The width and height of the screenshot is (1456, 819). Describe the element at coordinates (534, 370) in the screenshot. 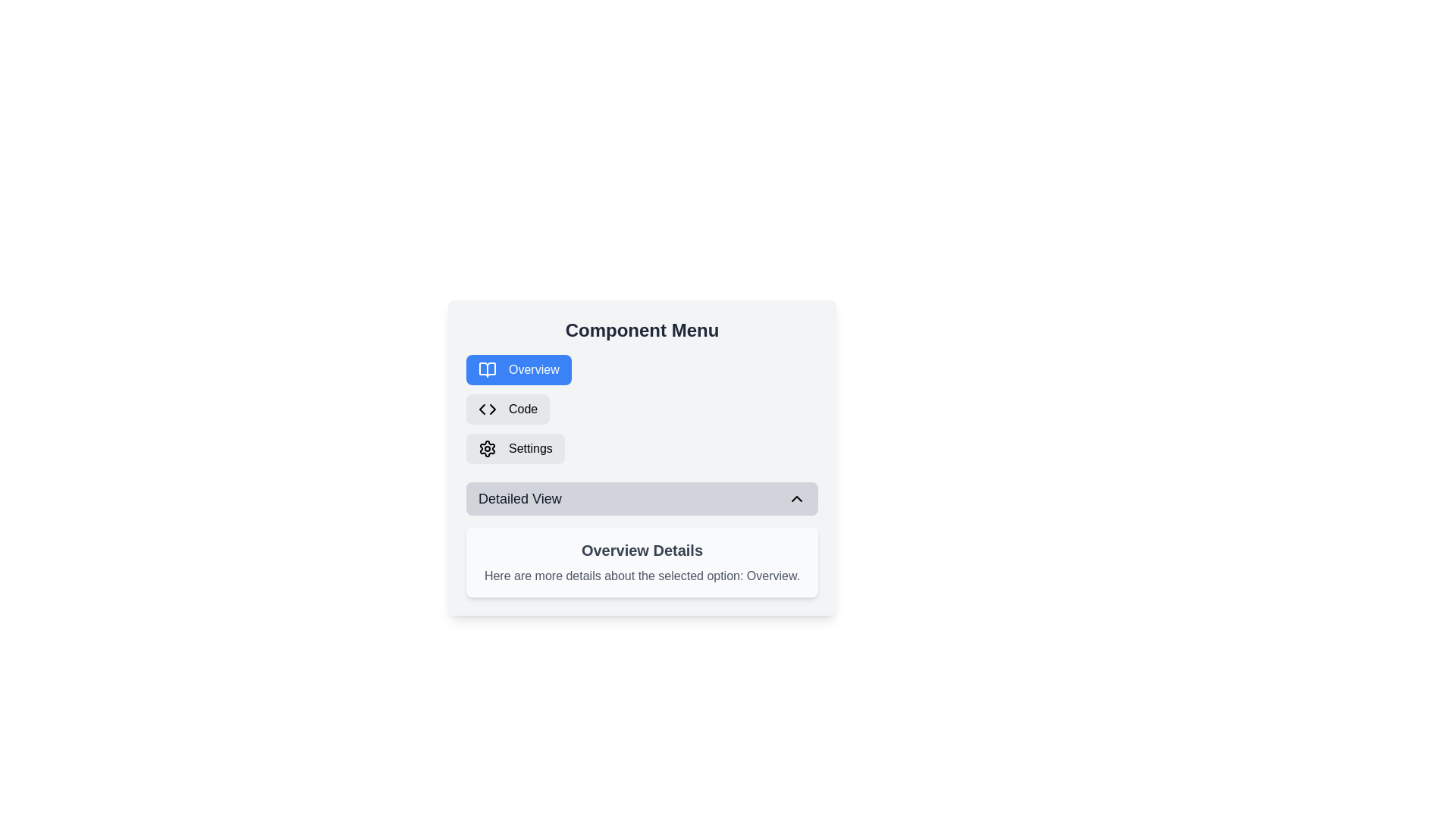

I see `the 'Overview' menu item, which is the first label in the Component Menu, displayed in white on a blue background with an adjacent open book icon` at that location.